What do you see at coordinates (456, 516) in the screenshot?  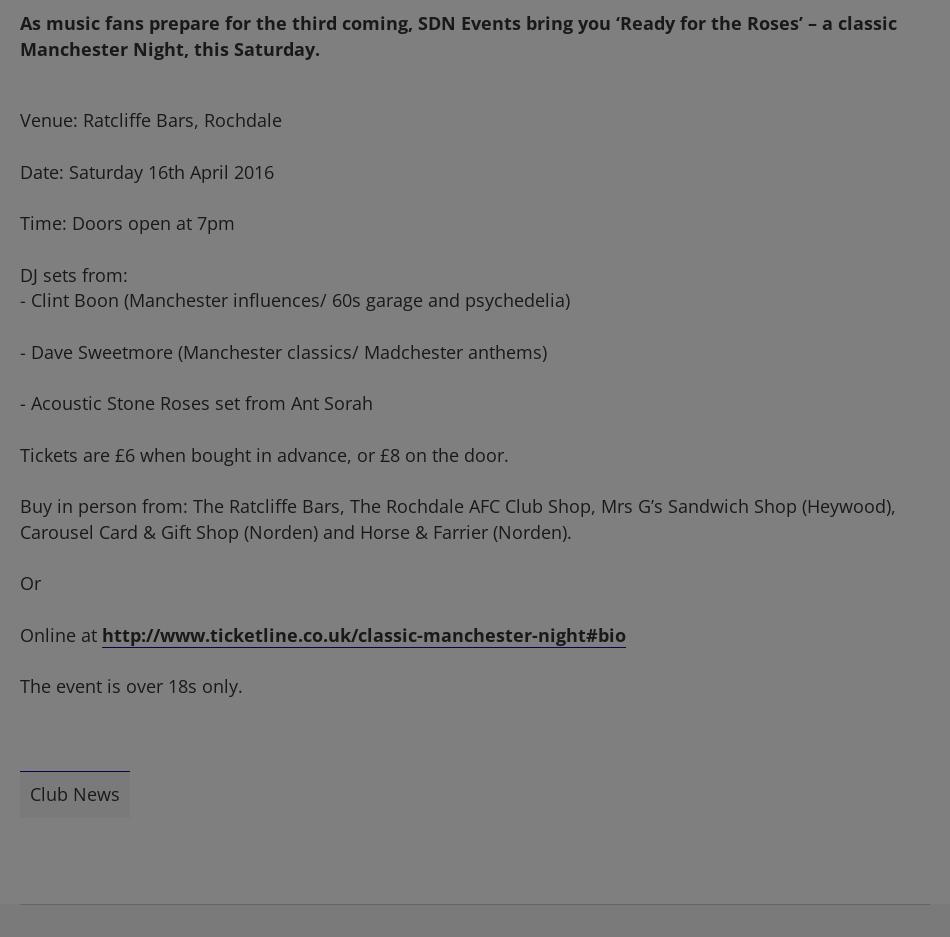 I see `'Buy in person from: The Ratcliffe Bars, The Rochdale AFC Club Shop, Mrs G’s Sandwich Shop (Heywood), Carousel Card & Gift Shop (Norden) and Horse & Farrier (Norden).'` at bounding box center [456, 516].